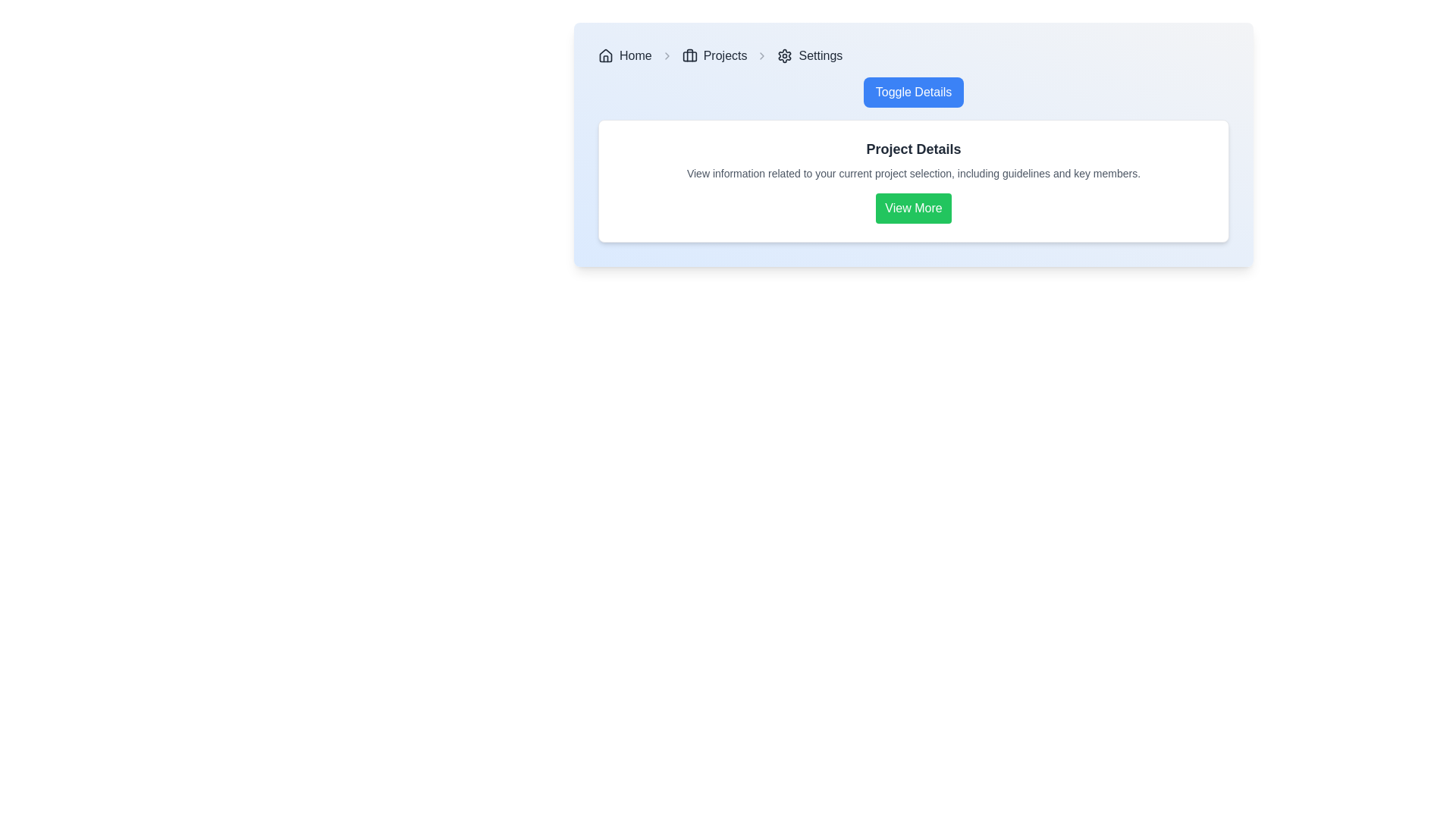  What do you see at coordinates (604, 55) in the screenshot?
I see `the 'Home' icon in the breadcrumb navigation located in the top navigation bar of the application` at bounding box center [604, 55].